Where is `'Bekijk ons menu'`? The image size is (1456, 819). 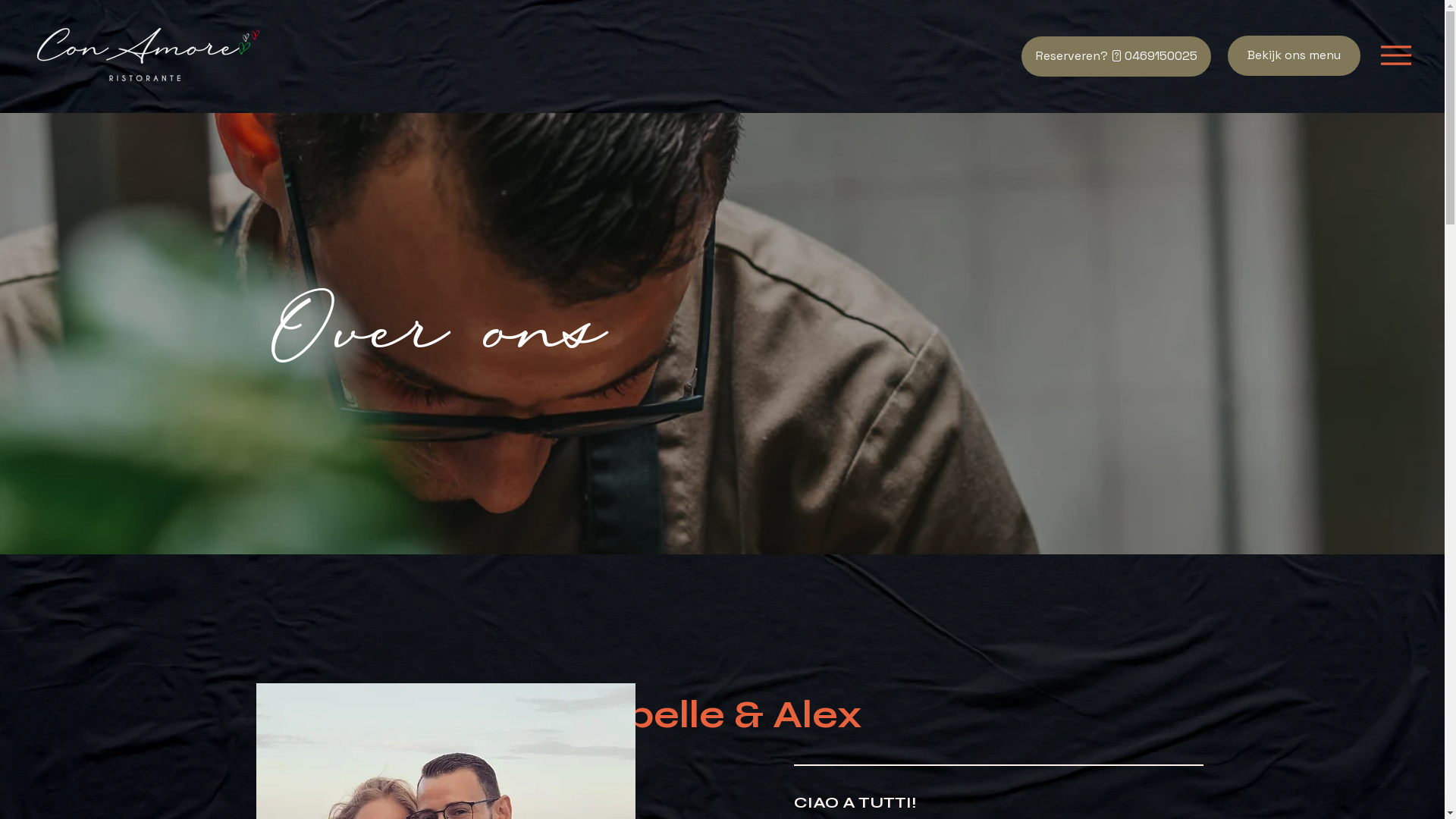 'Bekijk ons menu' is located at coordinates (1293, 55).